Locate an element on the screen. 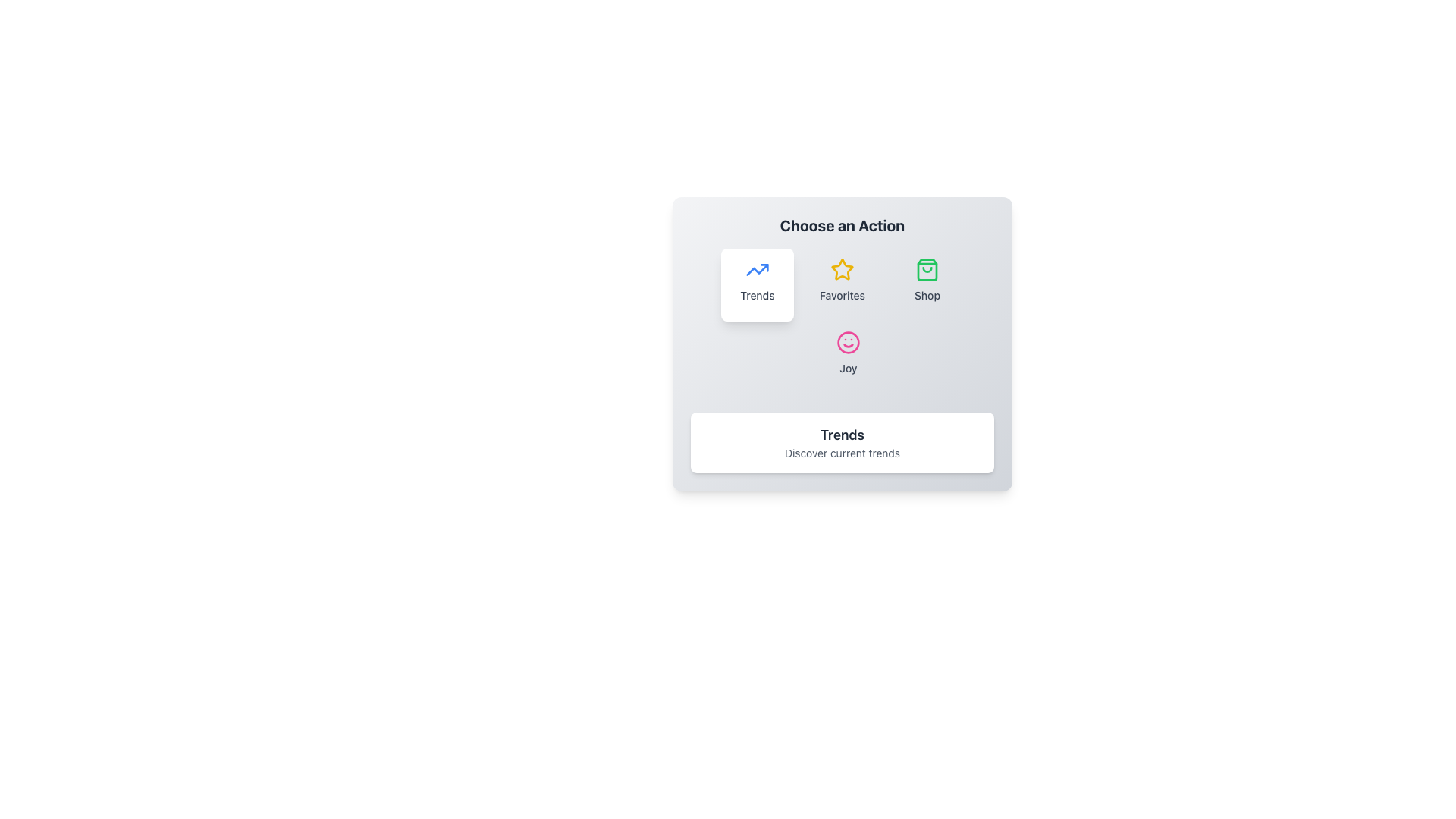  the interactive 'Favorites' button, which features a bright yellow star icon above the text 'Favorites' is located at coordinates (841, 284).